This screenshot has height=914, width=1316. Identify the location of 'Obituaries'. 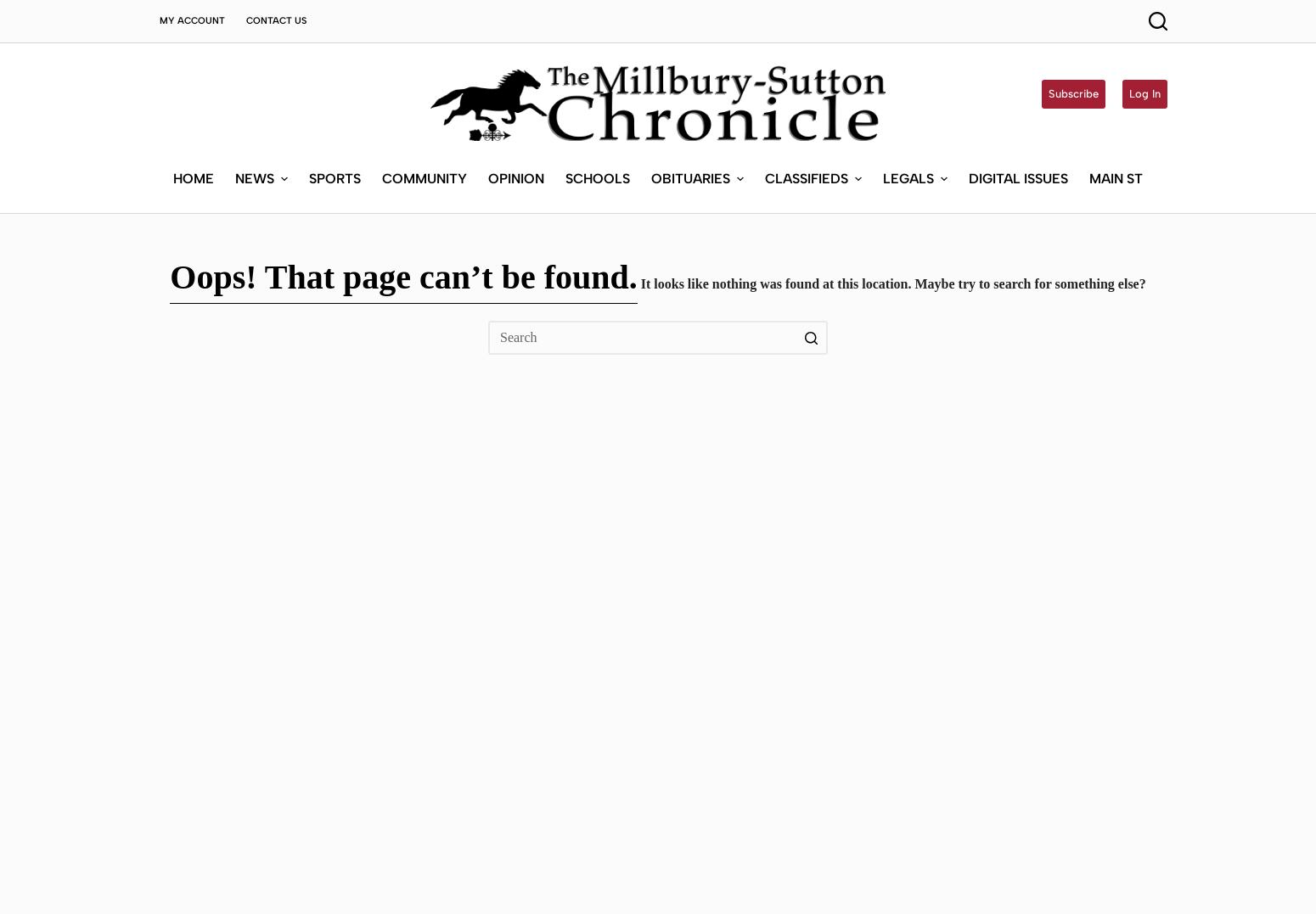
(689, 53).